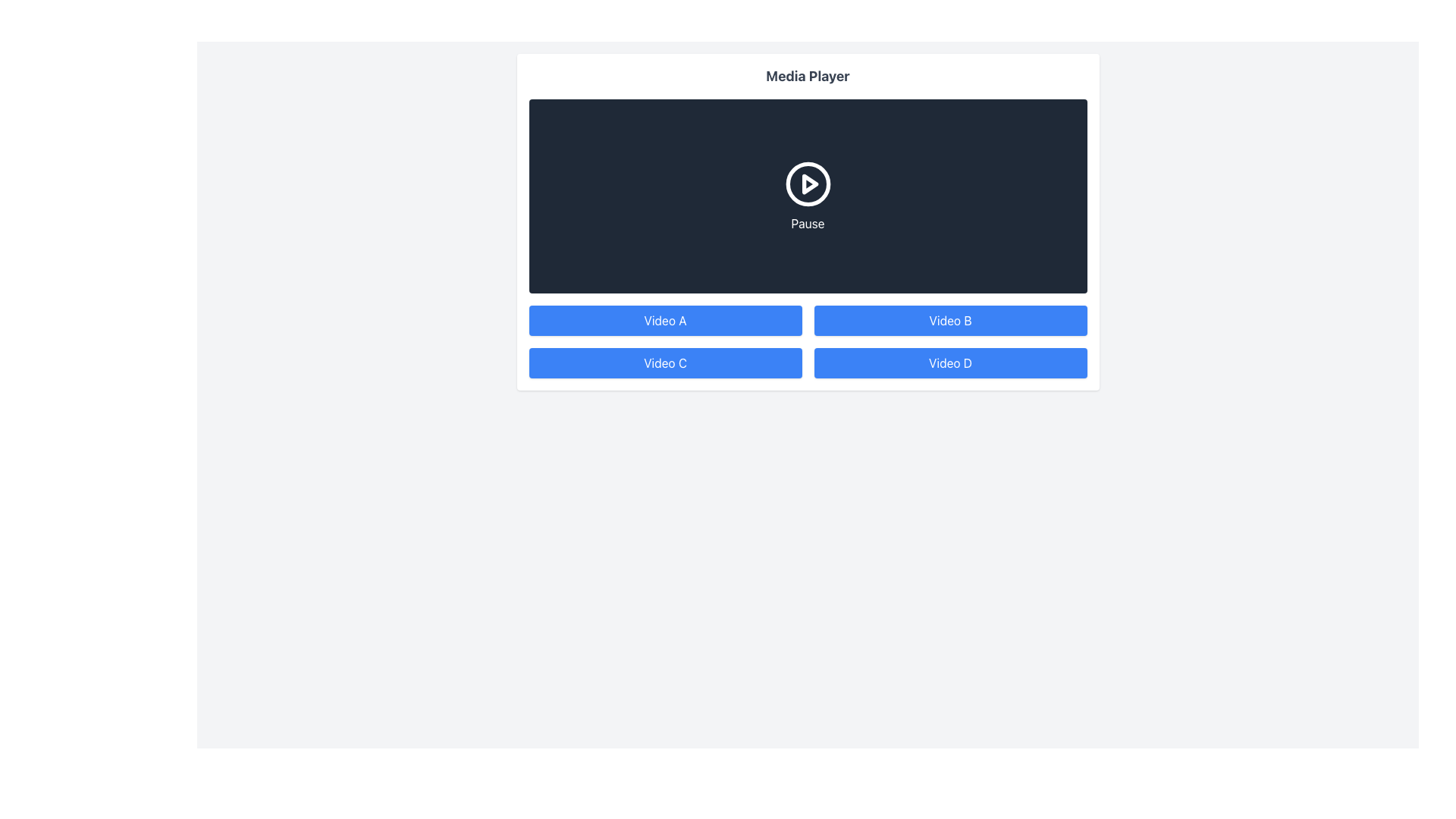  What do you see at coordinates (807, 184) in the screenshot?
I see `the play button, which is a circular design with a triangle pointing right, located centrally in the media player interface` at bounding box center [807, 184].